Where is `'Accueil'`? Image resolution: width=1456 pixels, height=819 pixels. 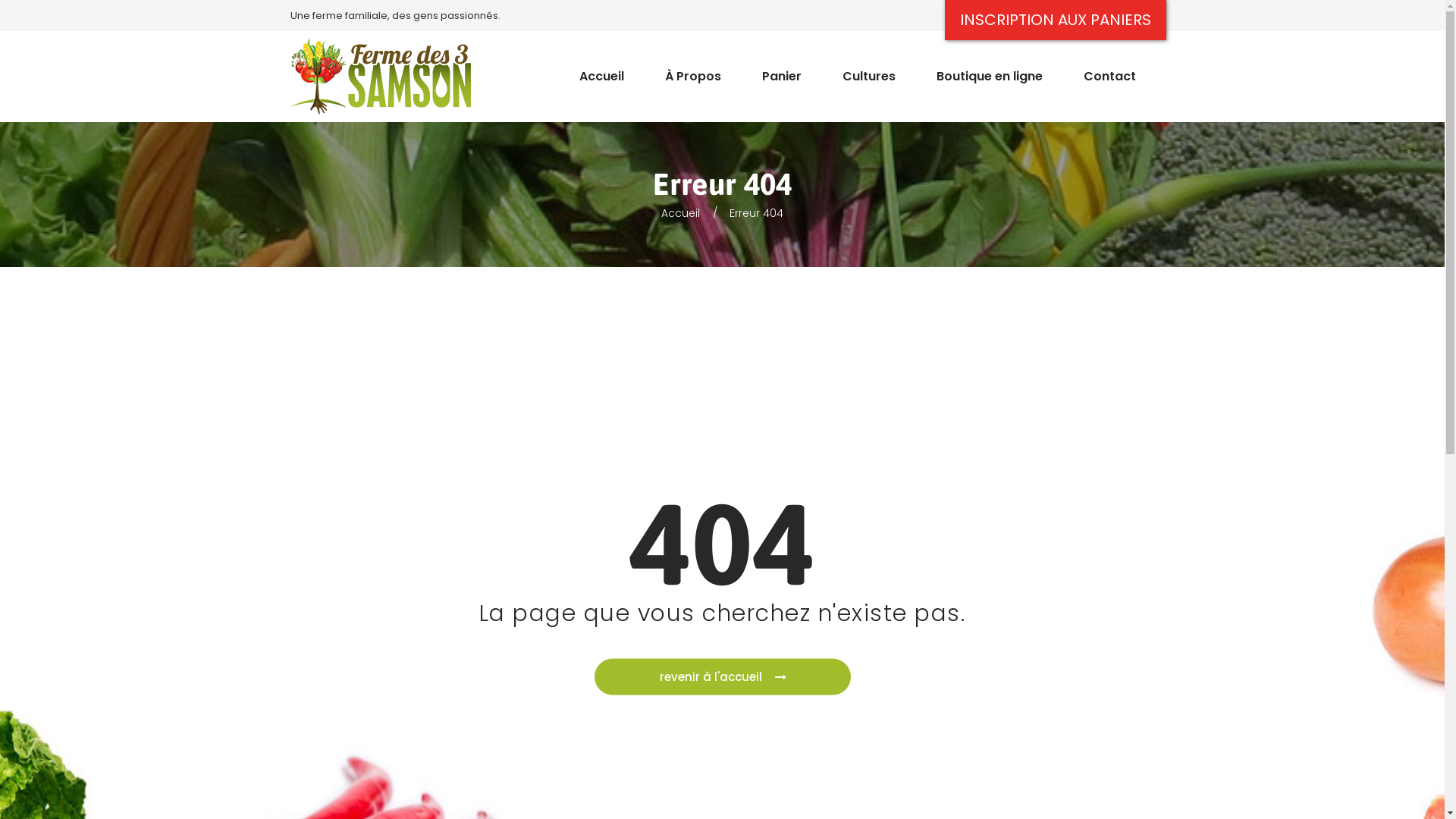
'Accueil' is located at coordinates (559, 69).